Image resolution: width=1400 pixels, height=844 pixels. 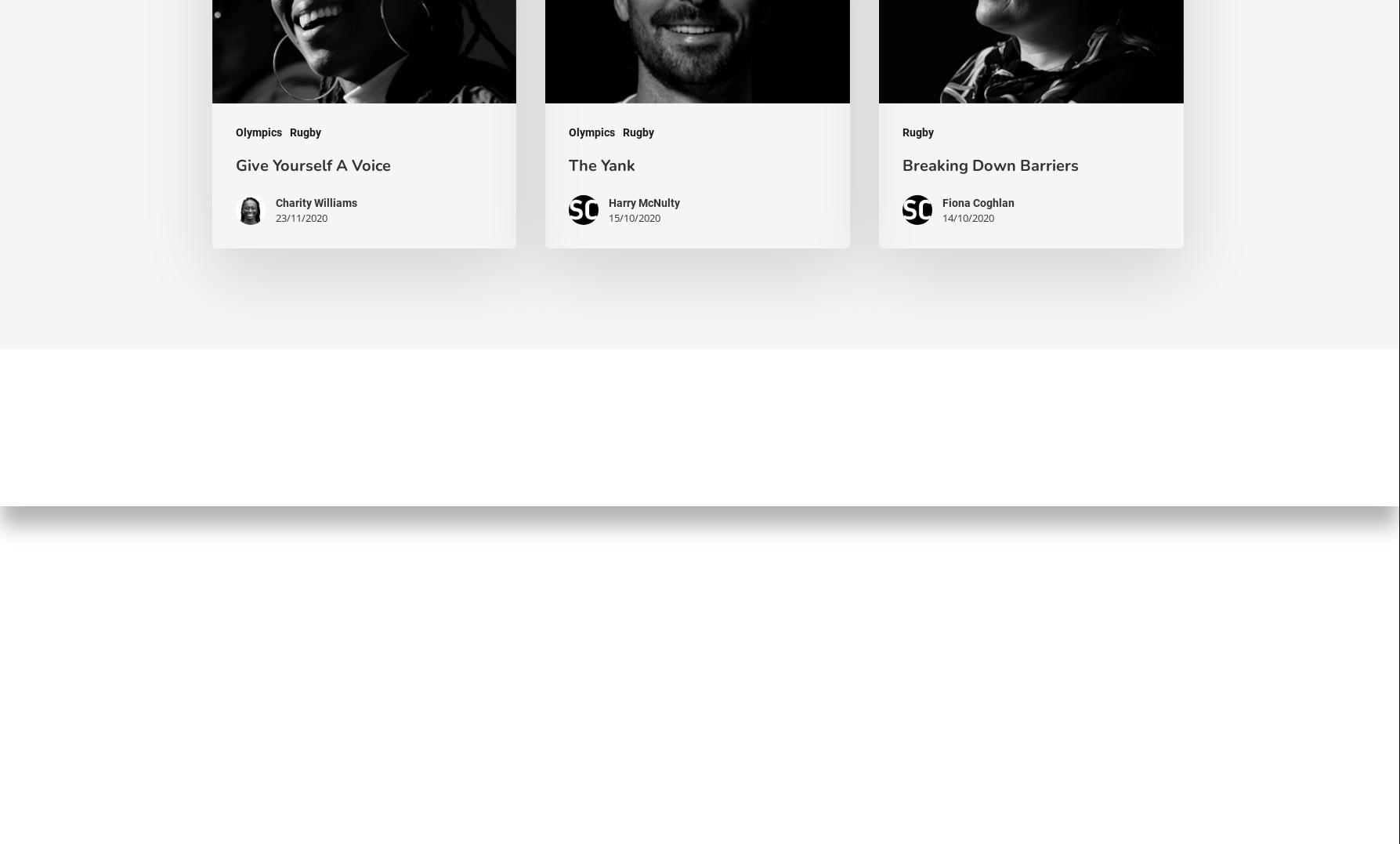 I want to click on 'Fiona Coghlan', so click(x=978, y=201).